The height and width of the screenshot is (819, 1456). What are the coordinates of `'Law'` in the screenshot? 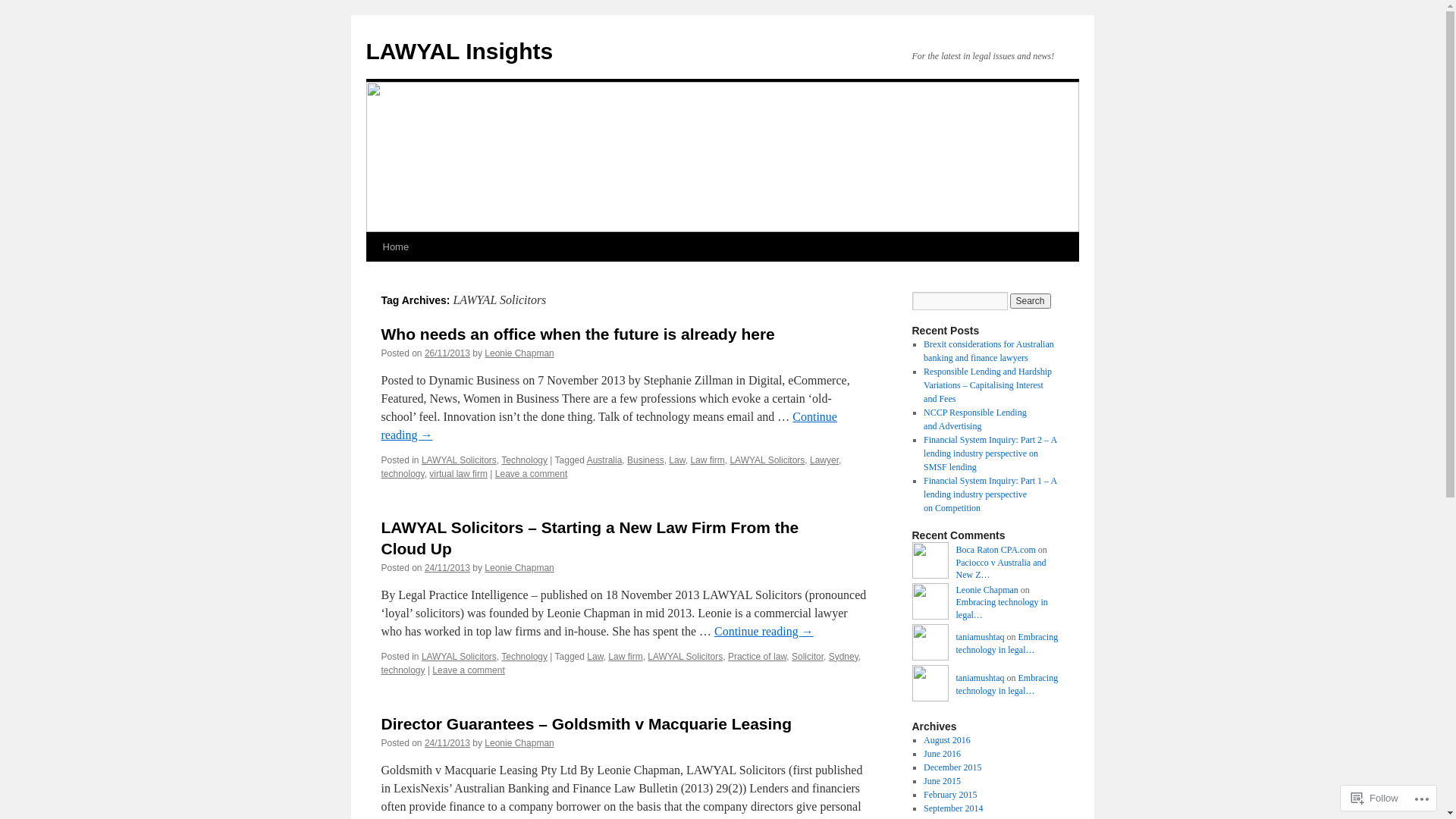 It's located at (676, 459).